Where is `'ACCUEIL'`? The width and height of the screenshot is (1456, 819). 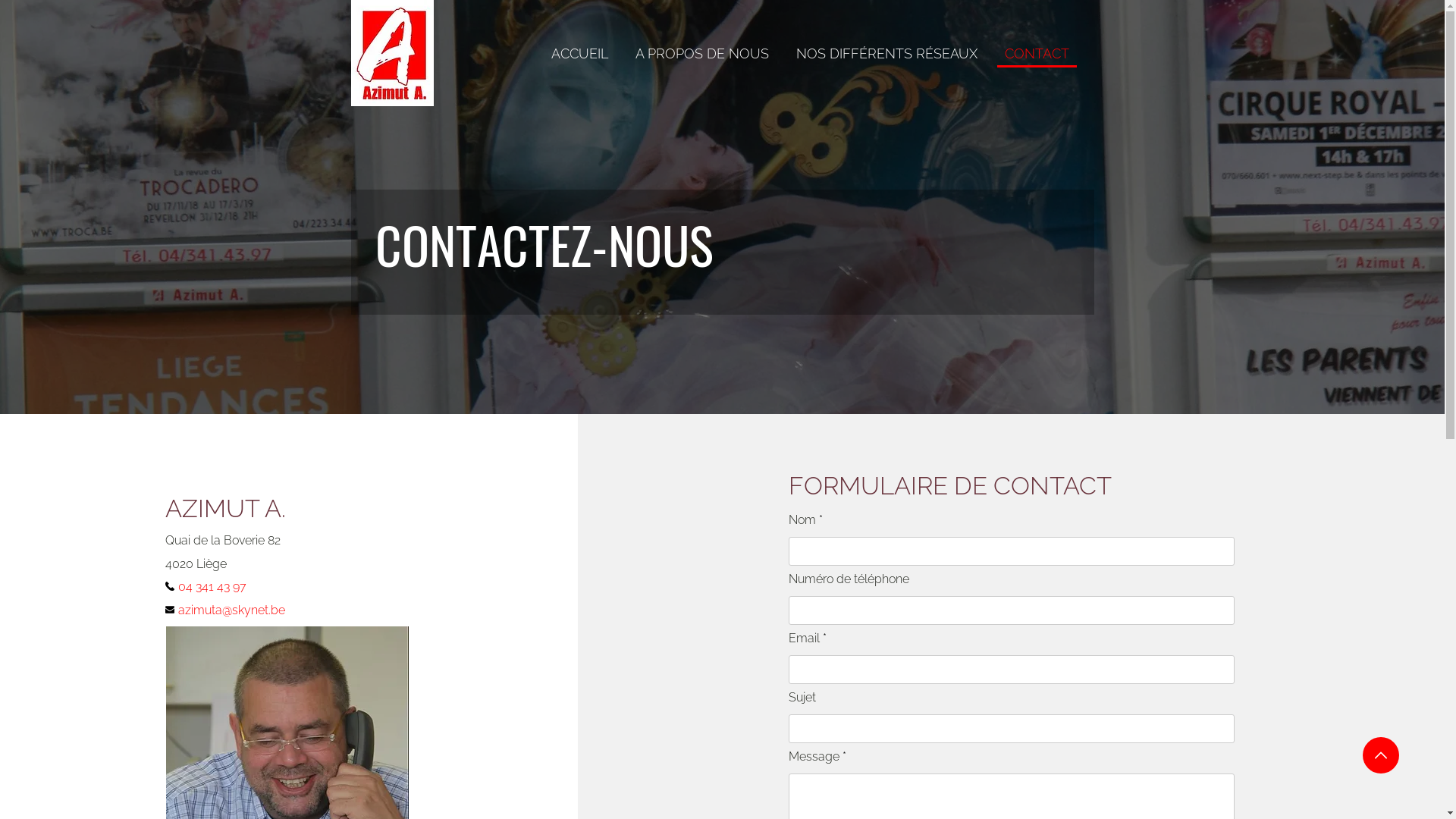
'ACCUEIL' is located at coordinates (578, 54).